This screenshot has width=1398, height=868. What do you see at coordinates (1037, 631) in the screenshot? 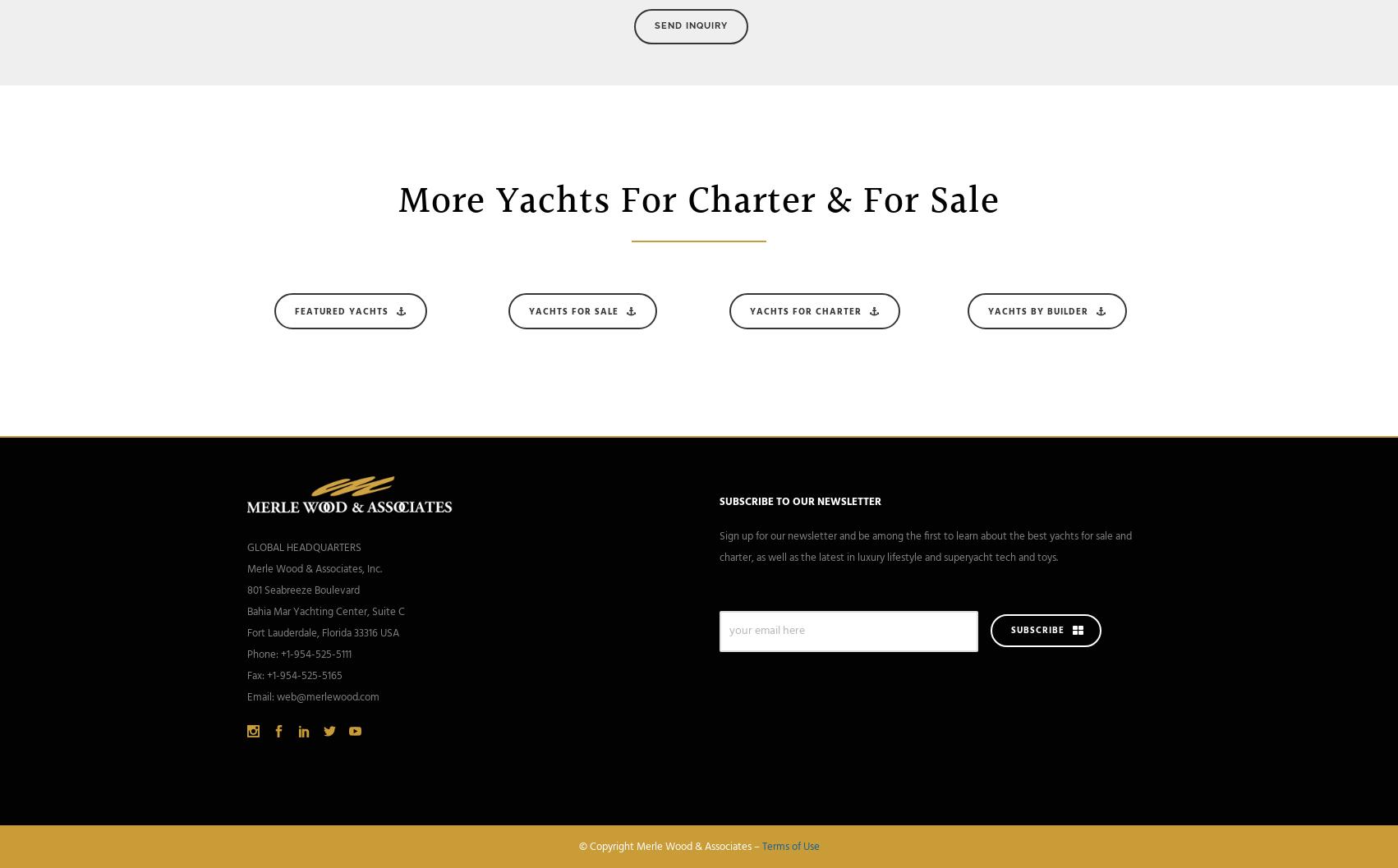
I see `'SUBSCRIBE'` at bounding box center [1037, 631].